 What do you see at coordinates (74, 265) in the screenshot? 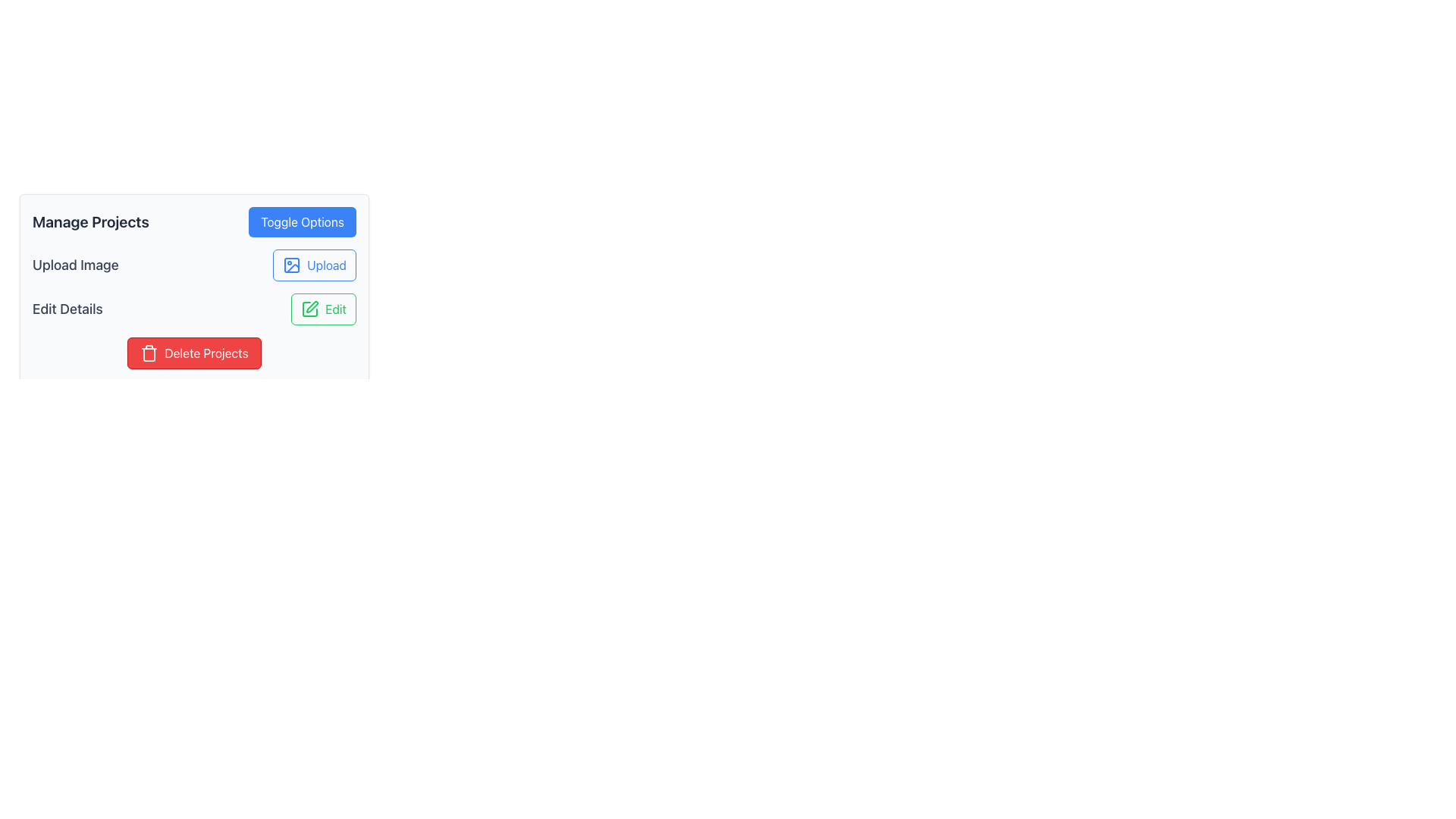
I see `the Text Label that indicates the purpose of the associated 'Upload' button to trigger a tooltip` at bounding box center [74, 265].